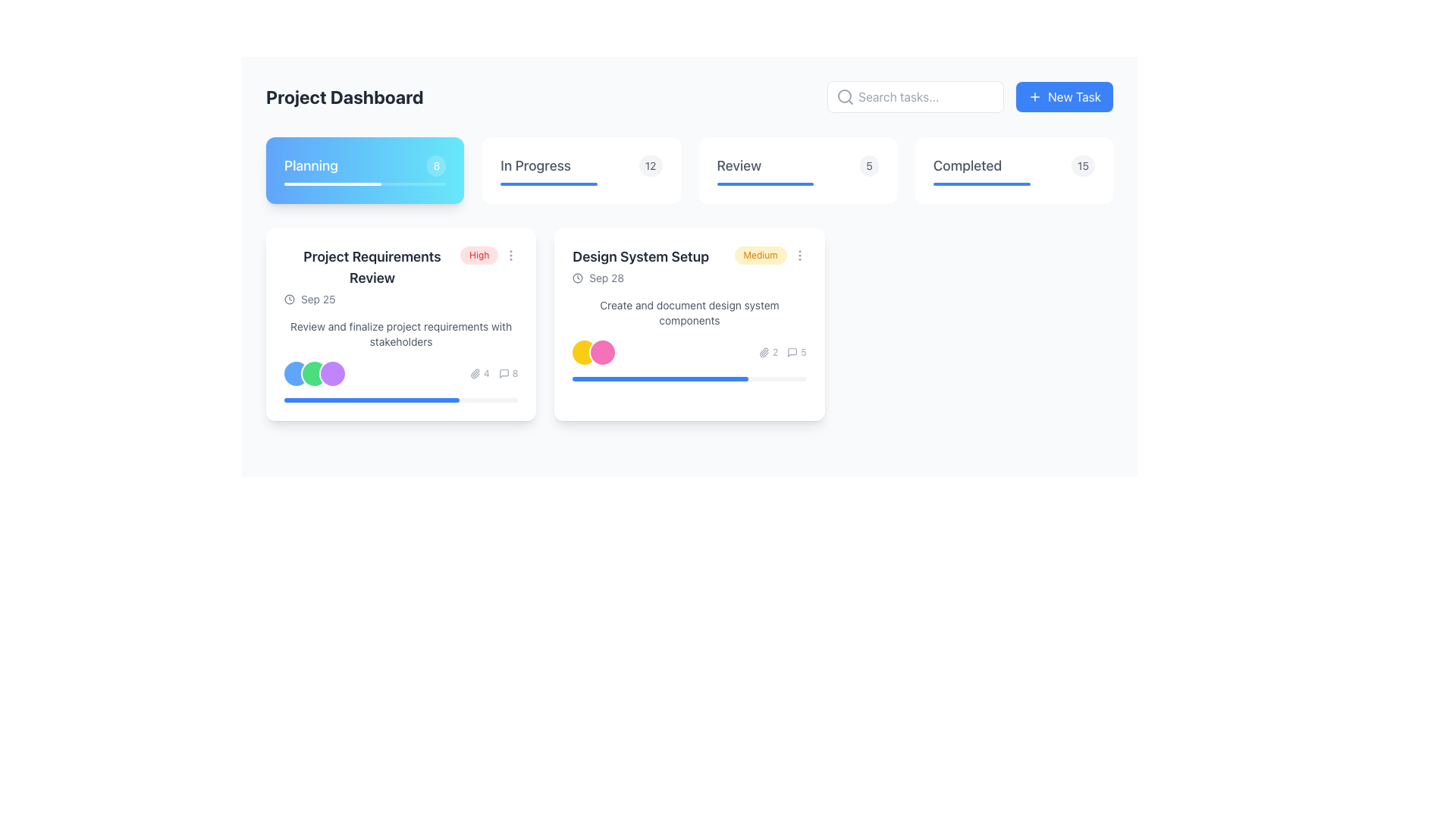 The width and height of the screenshot is (1456, 819). Describe the element at coordinates (915, 96) in the screenshot. I see `the search input field located at the top-right corner of the interface, which has a magnifying glass icon and a placeholder text 'Search tasks...'` at that location.